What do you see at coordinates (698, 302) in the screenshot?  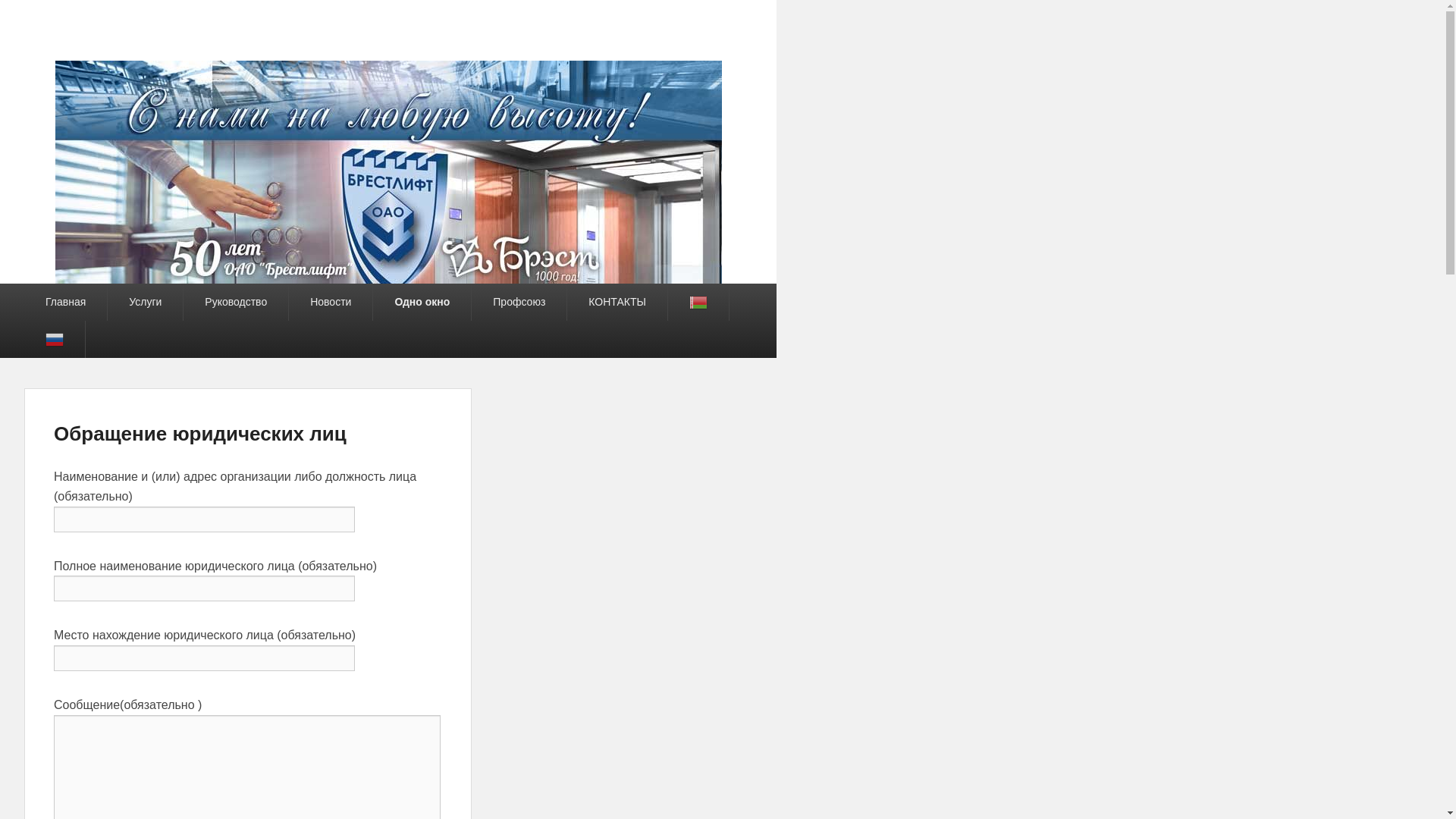 I see `'Belarusian'` at bounding box center [698, 302].